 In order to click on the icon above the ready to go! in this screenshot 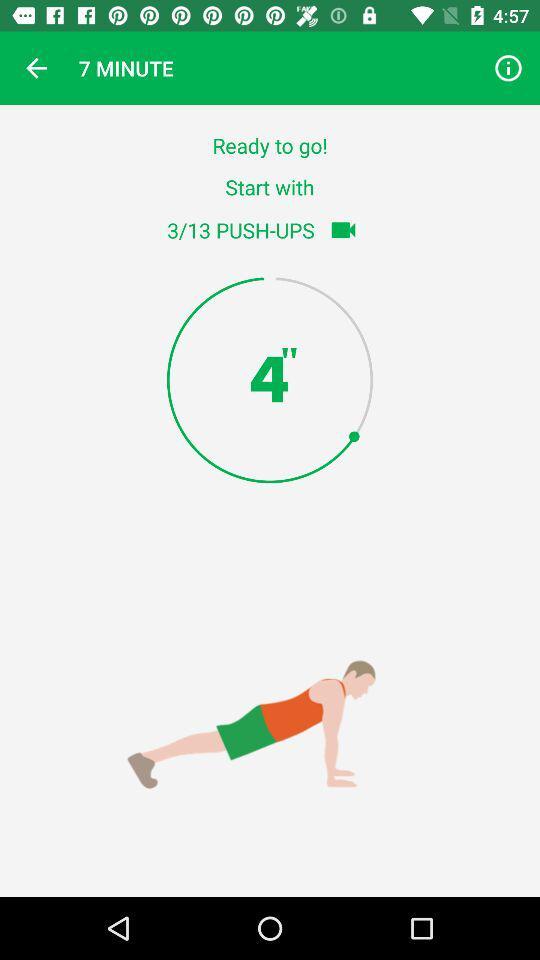, I will do `click(508, 68)`.